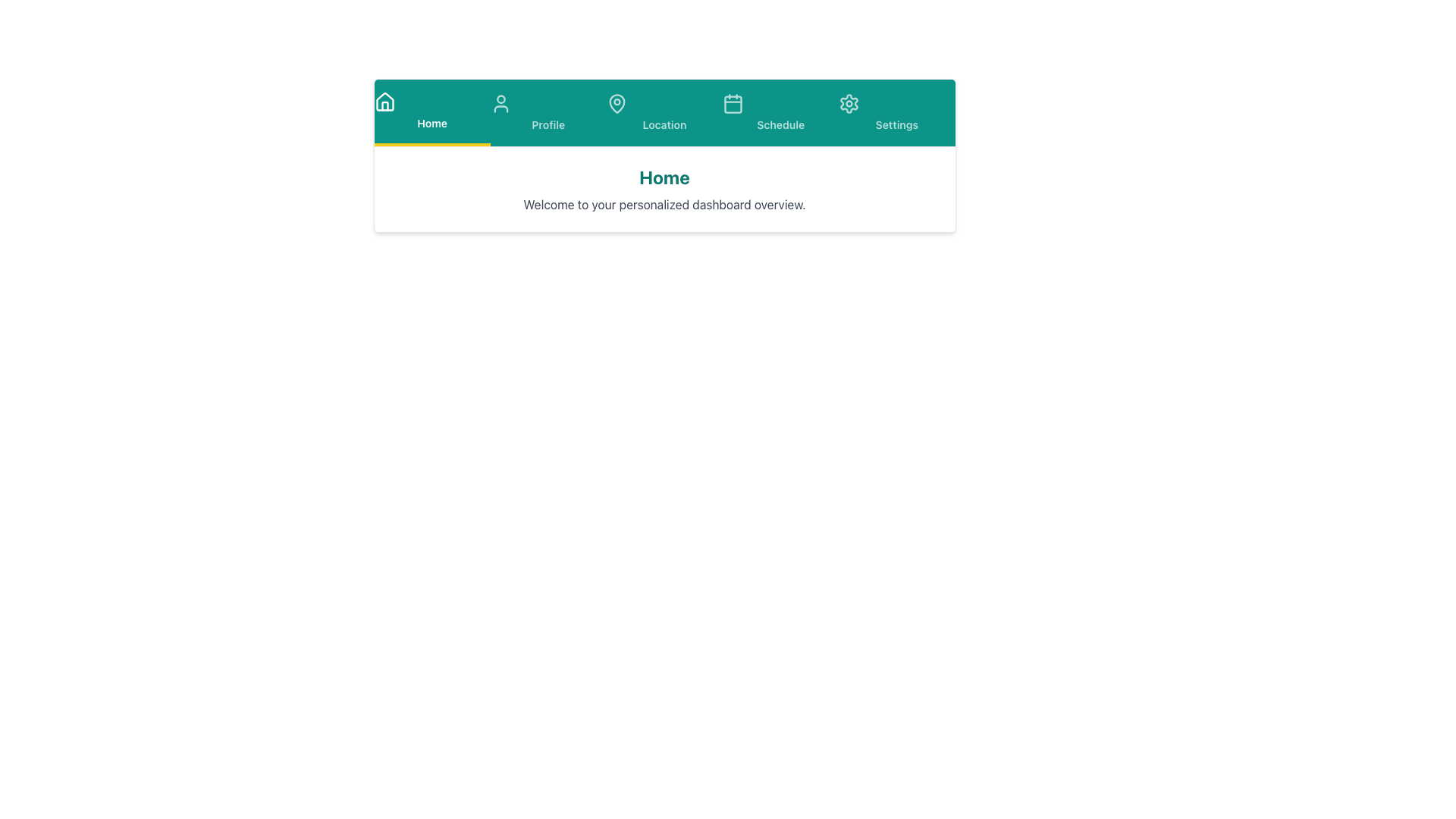 Image resolution: width=1456 pixels, height=819 pixels. Describe the element at coordinates (896, 112) in the screenshot. I see `the 'Settings' button located at the far right of the navigation bar` at that location.